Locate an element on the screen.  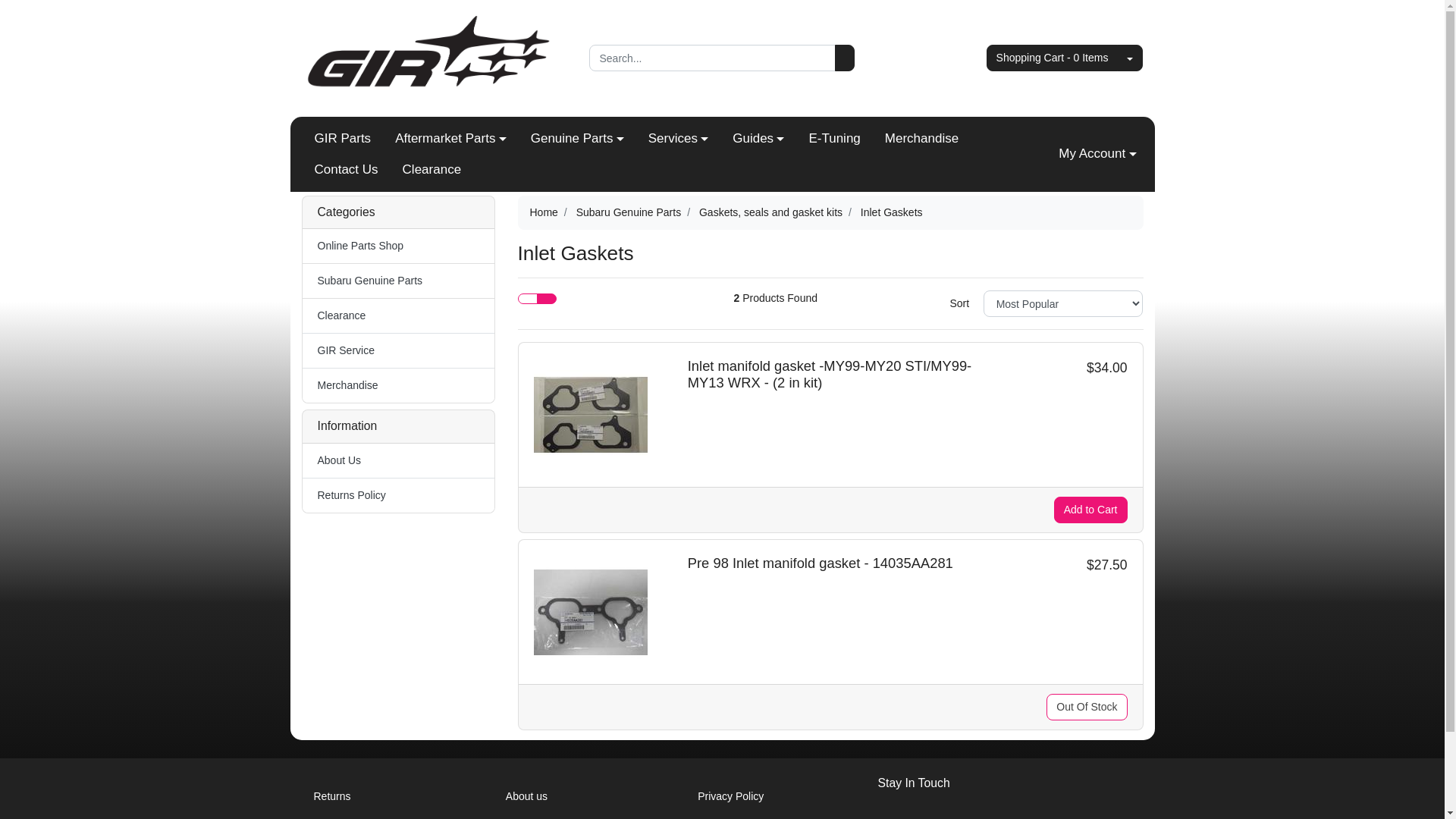
'Privacy Policy' is located at coordinates (684, 795).